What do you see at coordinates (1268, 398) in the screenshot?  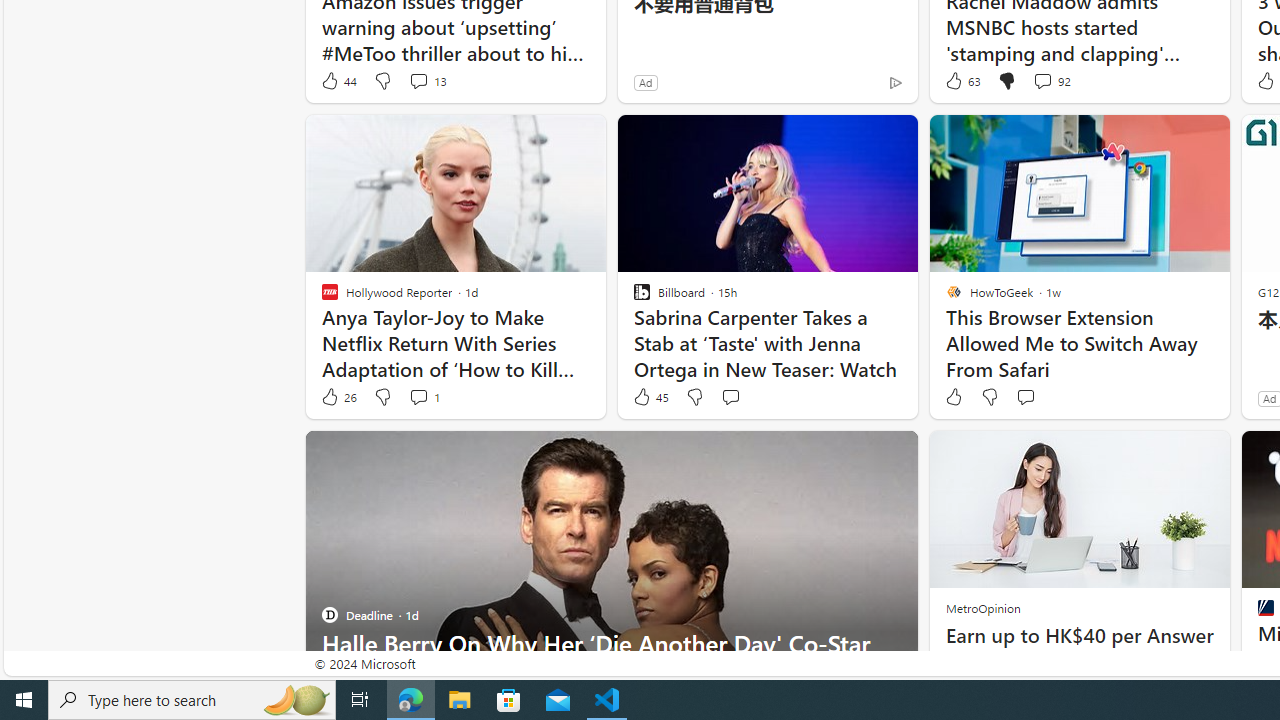 I see `'Ad'` at bounding box center [1268, 398].